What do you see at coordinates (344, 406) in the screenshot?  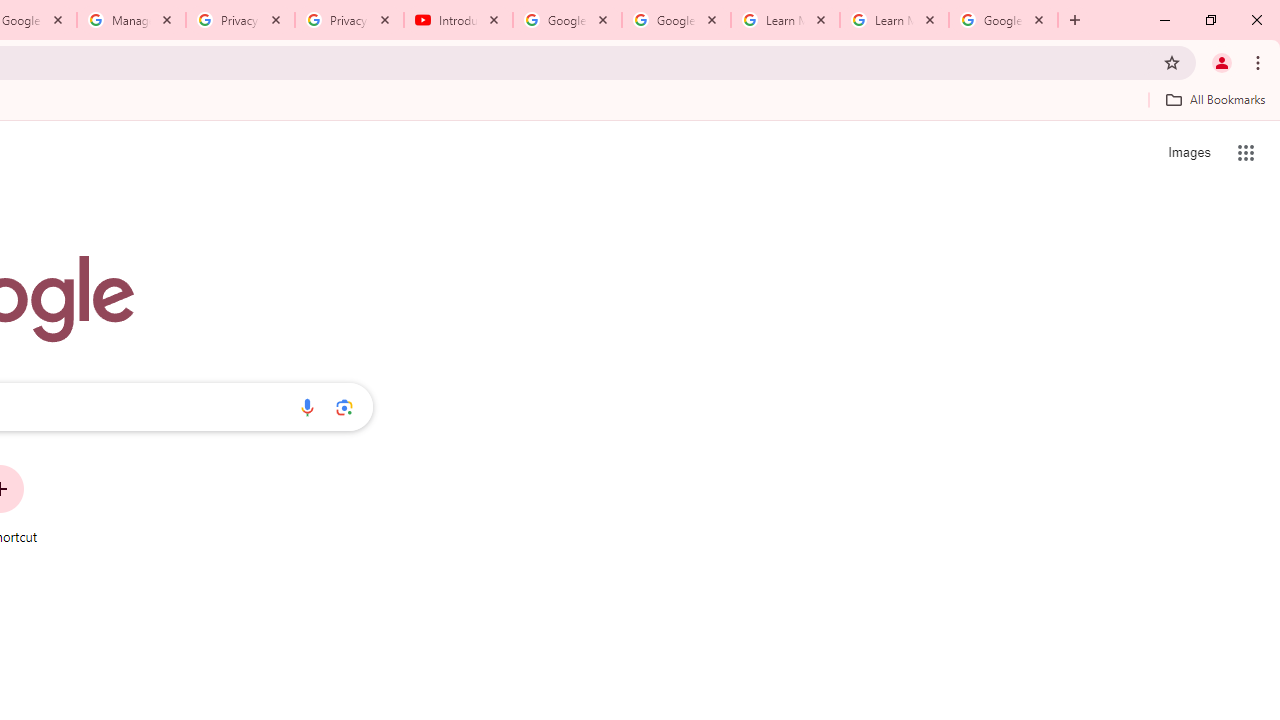 I see `'Search by image'` at bounding box center [344, 406].